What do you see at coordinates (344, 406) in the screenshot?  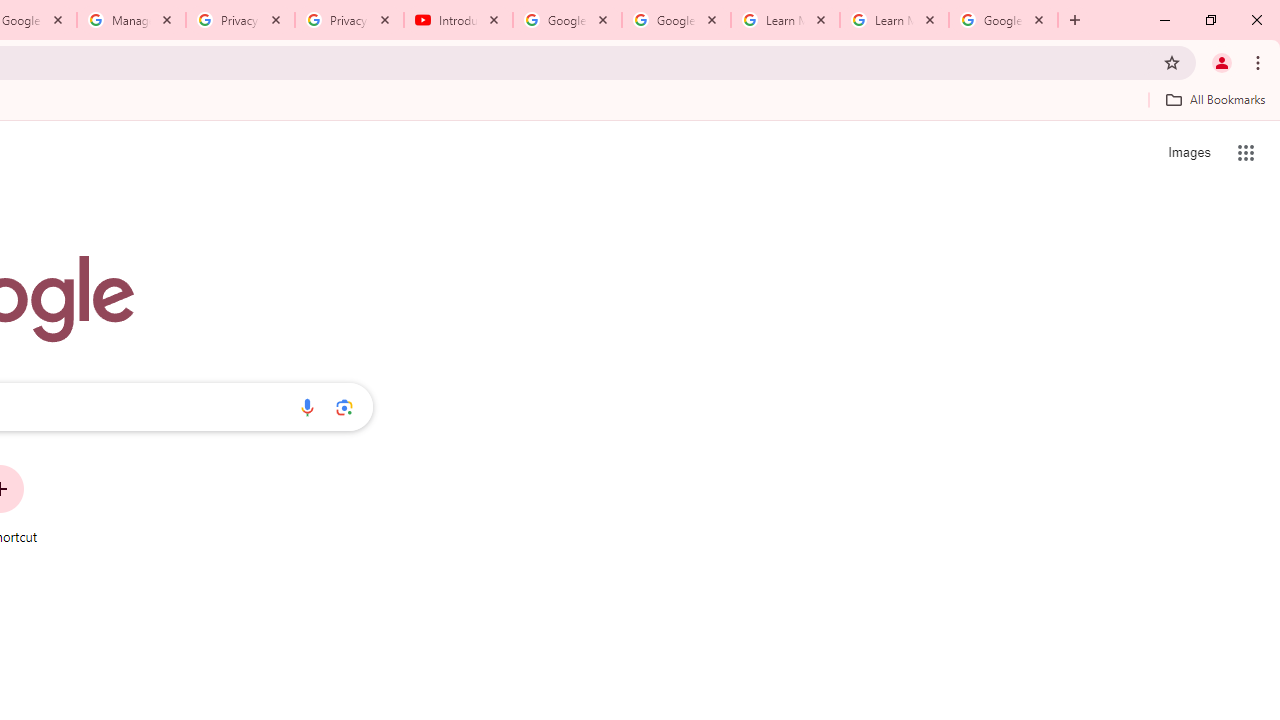 I see `'Search by image'` at bounding box center [344, 406].